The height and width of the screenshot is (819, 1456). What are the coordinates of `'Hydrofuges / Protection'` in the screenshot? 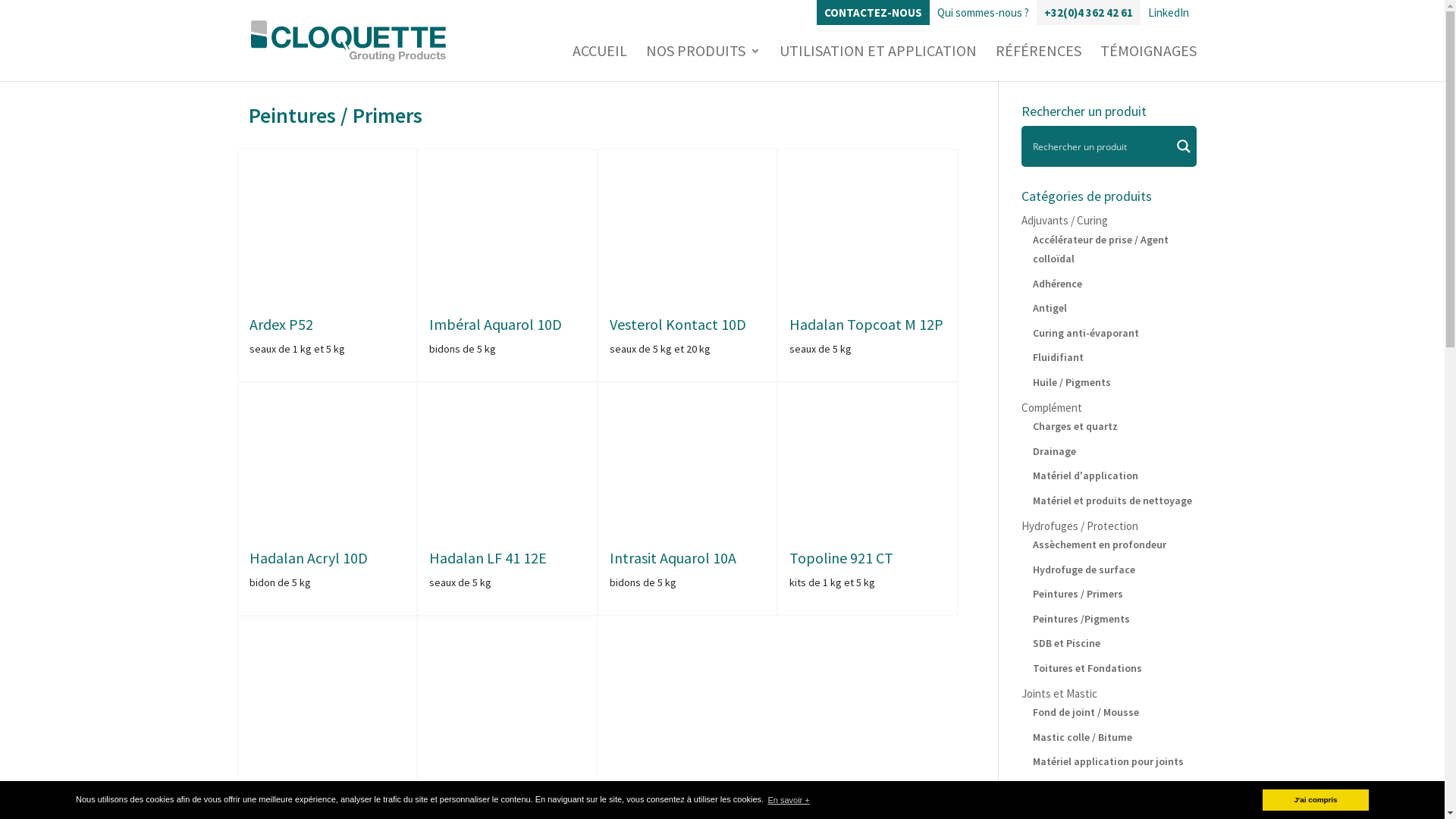 It's located at (1079, 525).